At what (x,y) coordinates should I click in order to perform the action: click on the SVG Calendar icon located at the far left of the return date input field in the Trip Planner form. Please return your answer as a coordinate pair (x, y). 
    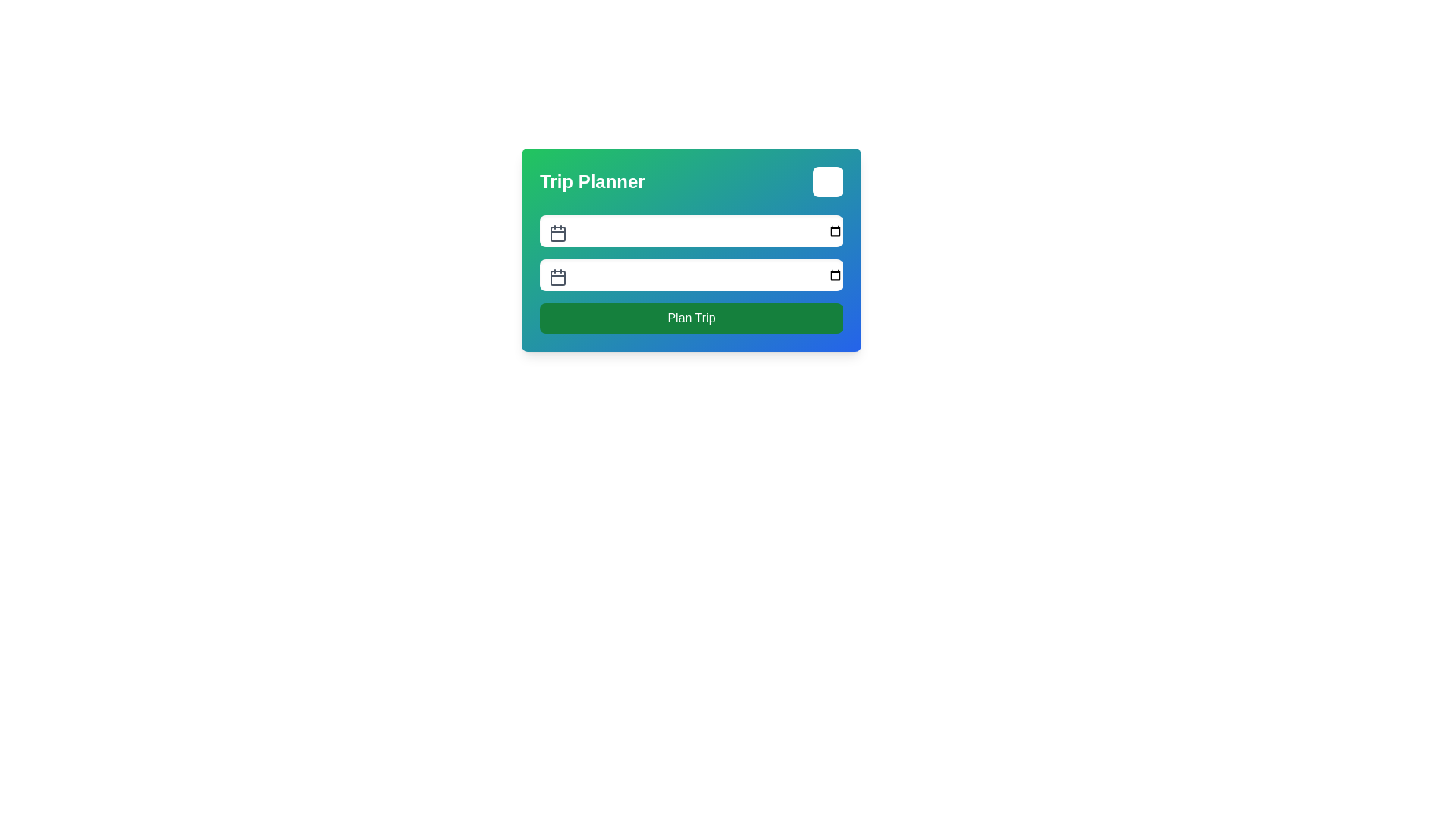
    Looking at the image, I should click on (557, 278).